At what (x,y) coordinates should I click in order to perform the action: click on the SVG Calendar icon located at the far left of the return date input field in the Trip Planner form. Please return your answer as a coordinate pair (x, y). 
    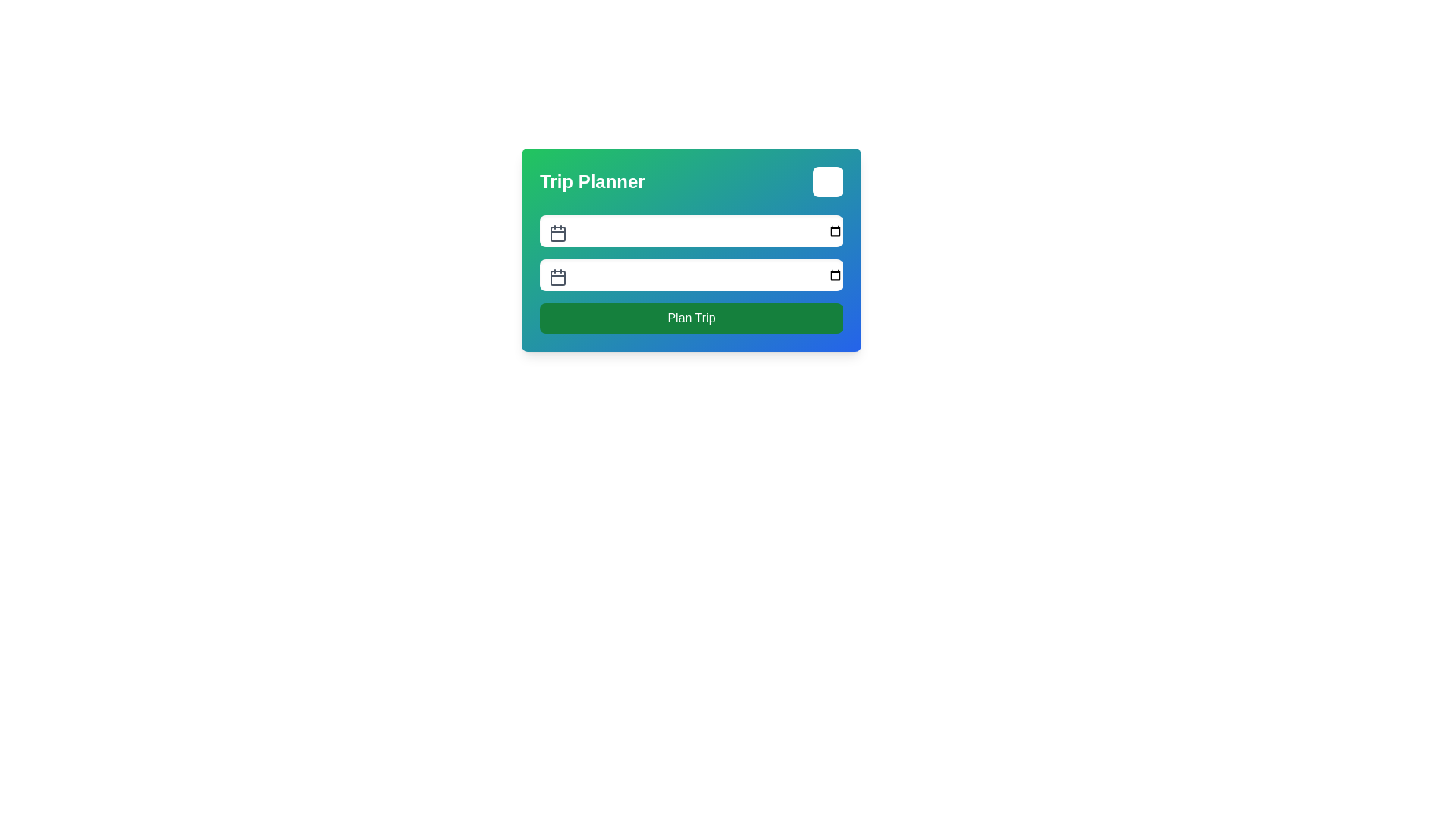
    Looking at the image, I should click on (557, 278).